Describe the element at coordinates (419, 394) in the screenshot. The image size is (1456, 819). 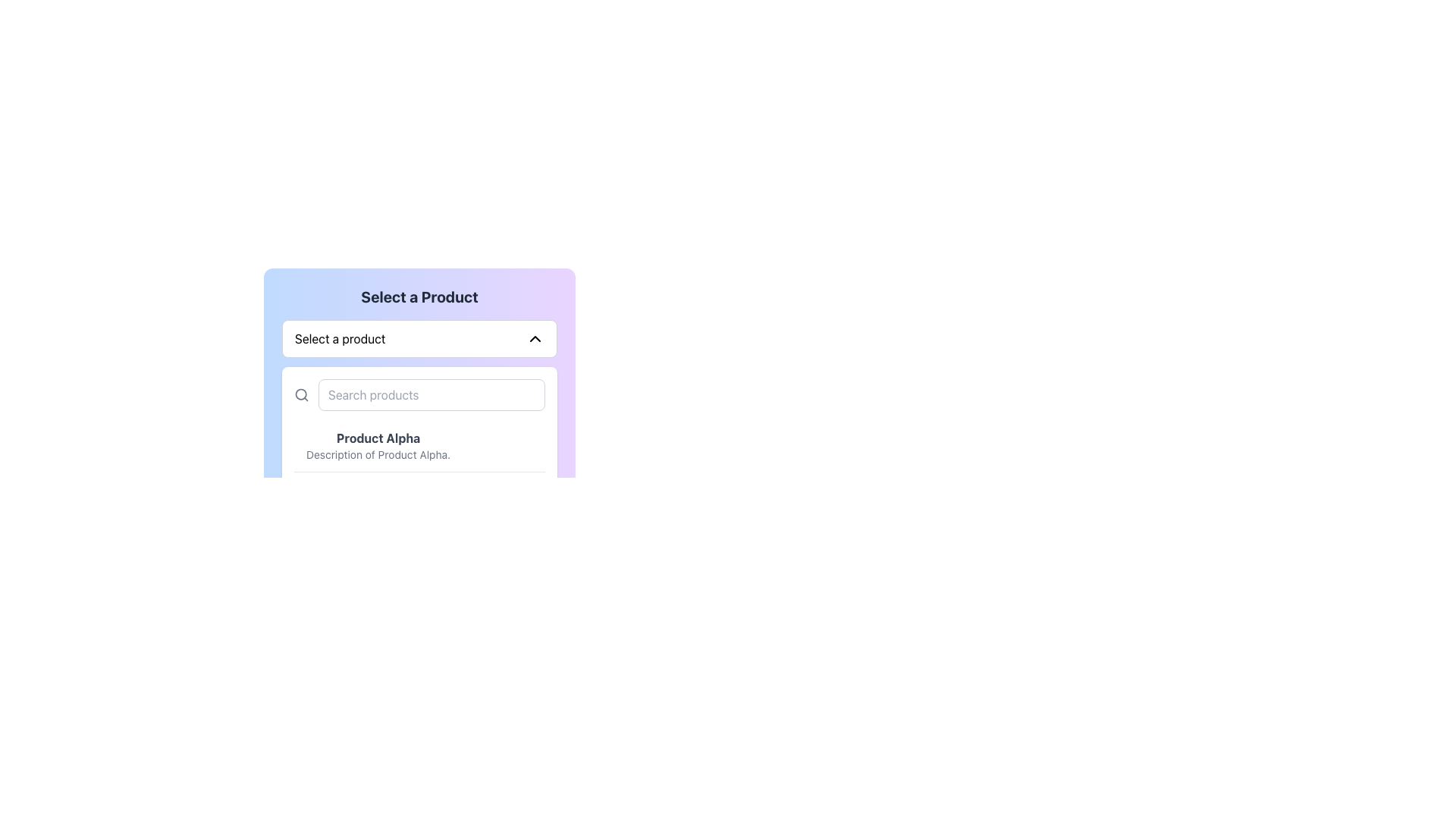
I see `the search input field located beneath the 'Select a Product' dropdown to enter search queries for filtering products` at that location.